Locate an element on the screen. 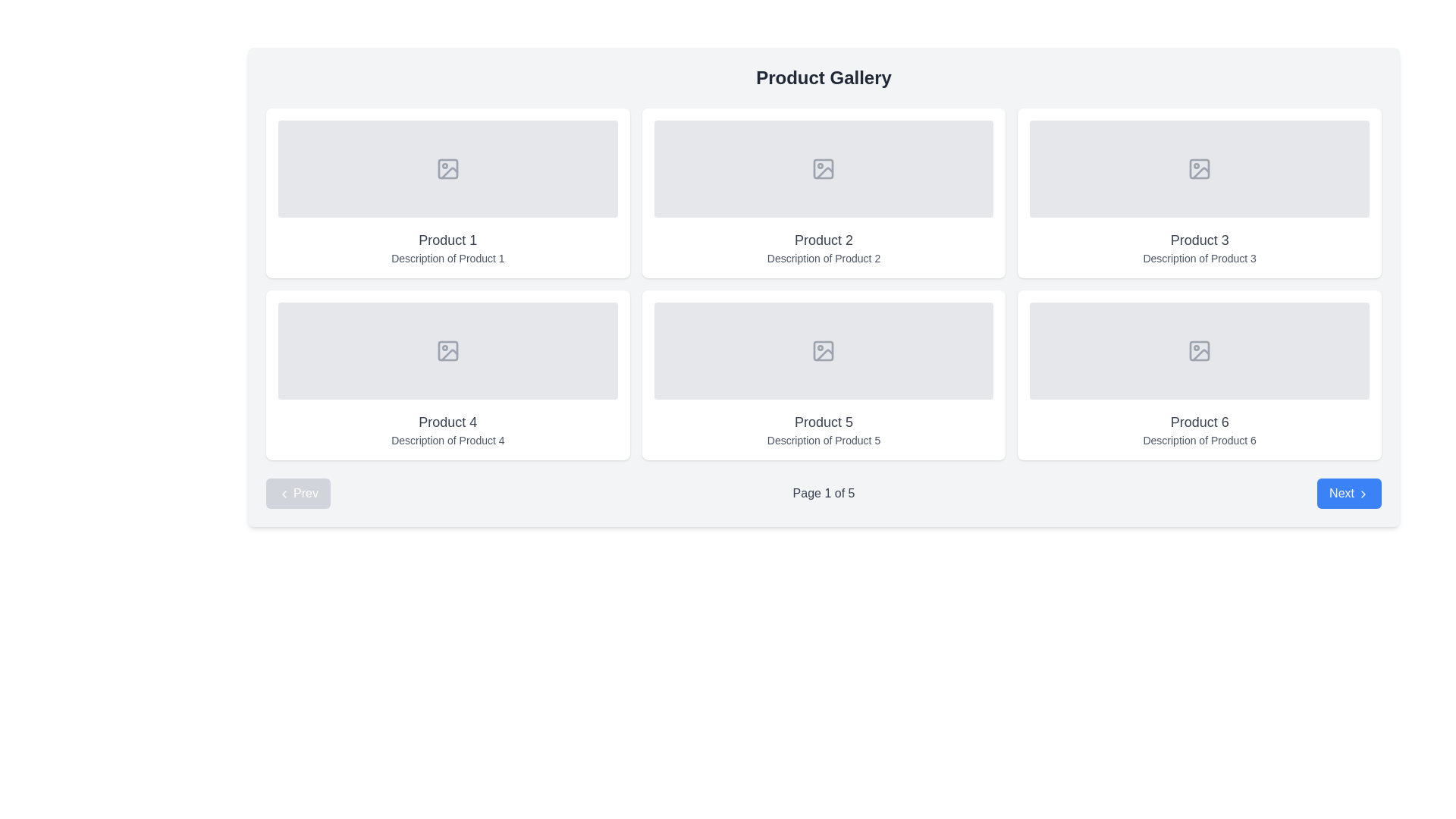  the SVG rectangle of the image placeholder icon indicating a missing image for 'Product 3' in the top row, third column of the gallery layout is located at coordinates (1199, 169).